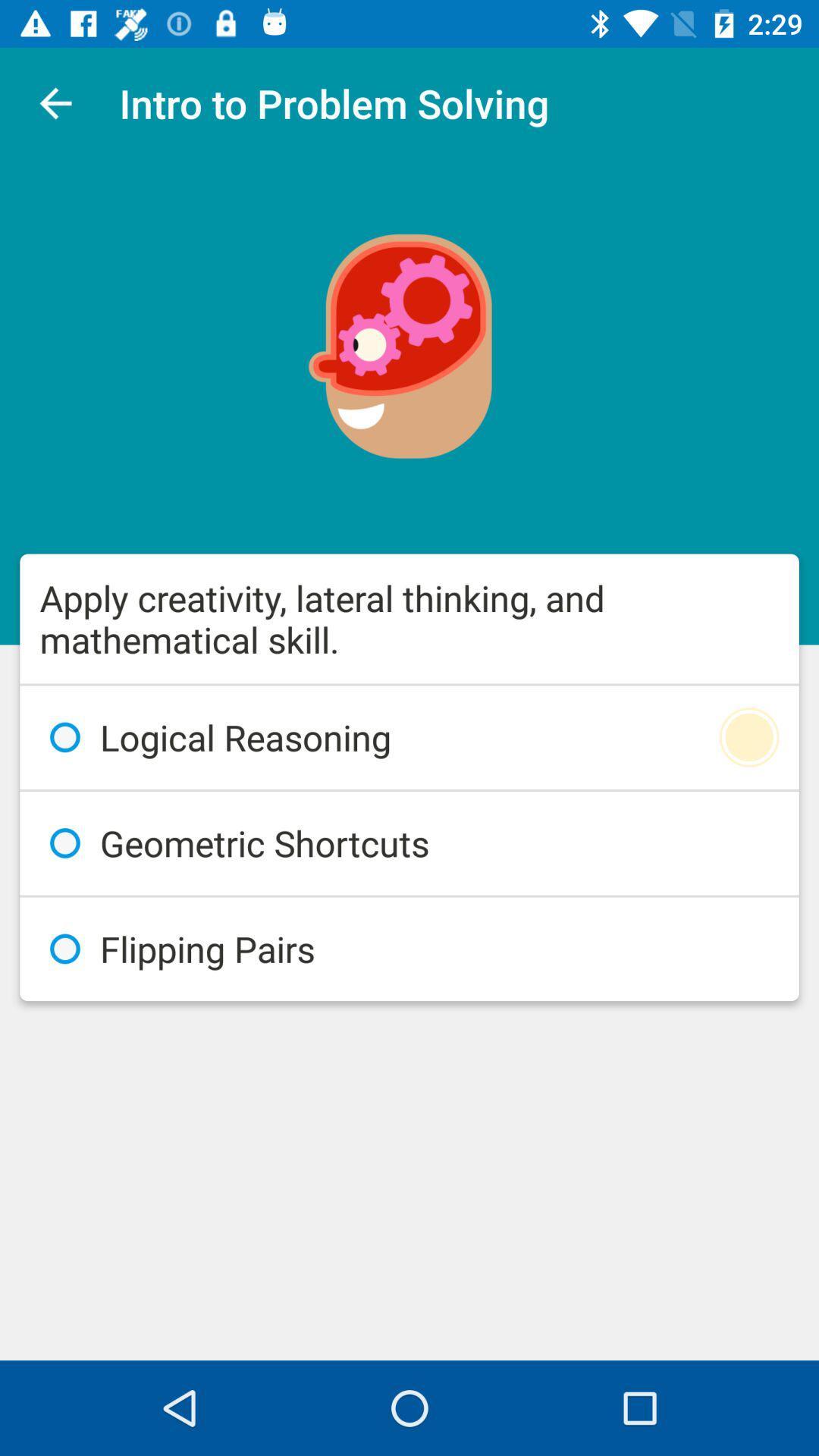 The width and height of the screenshot is (819, 1456). Describe the element at coordinates (55, 102) in the screenshot. I see `icon above the apply creativity lateral item` at that location.